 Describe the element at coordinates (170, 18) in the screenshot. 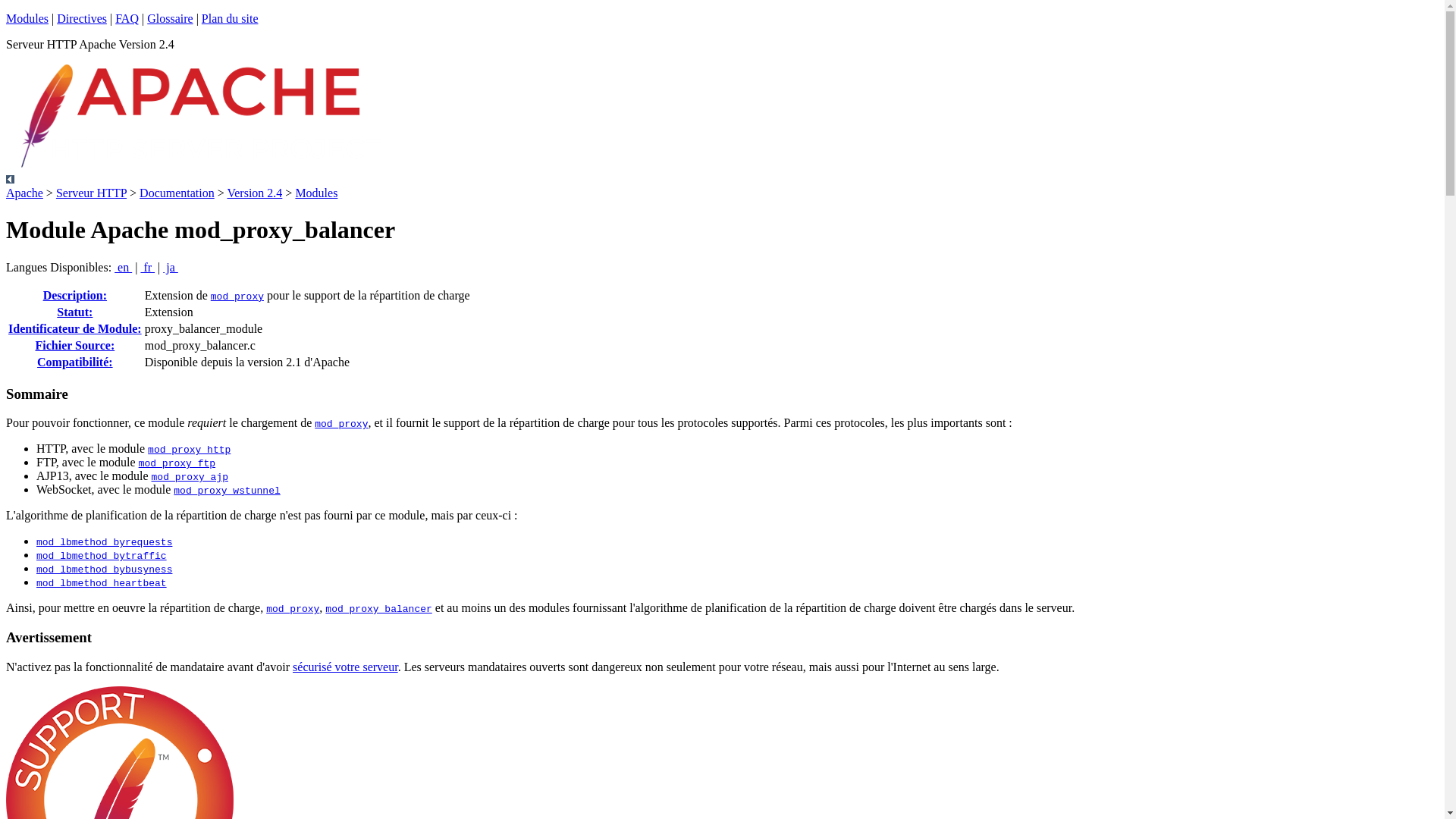

I see `'Glossaire'` at that location.